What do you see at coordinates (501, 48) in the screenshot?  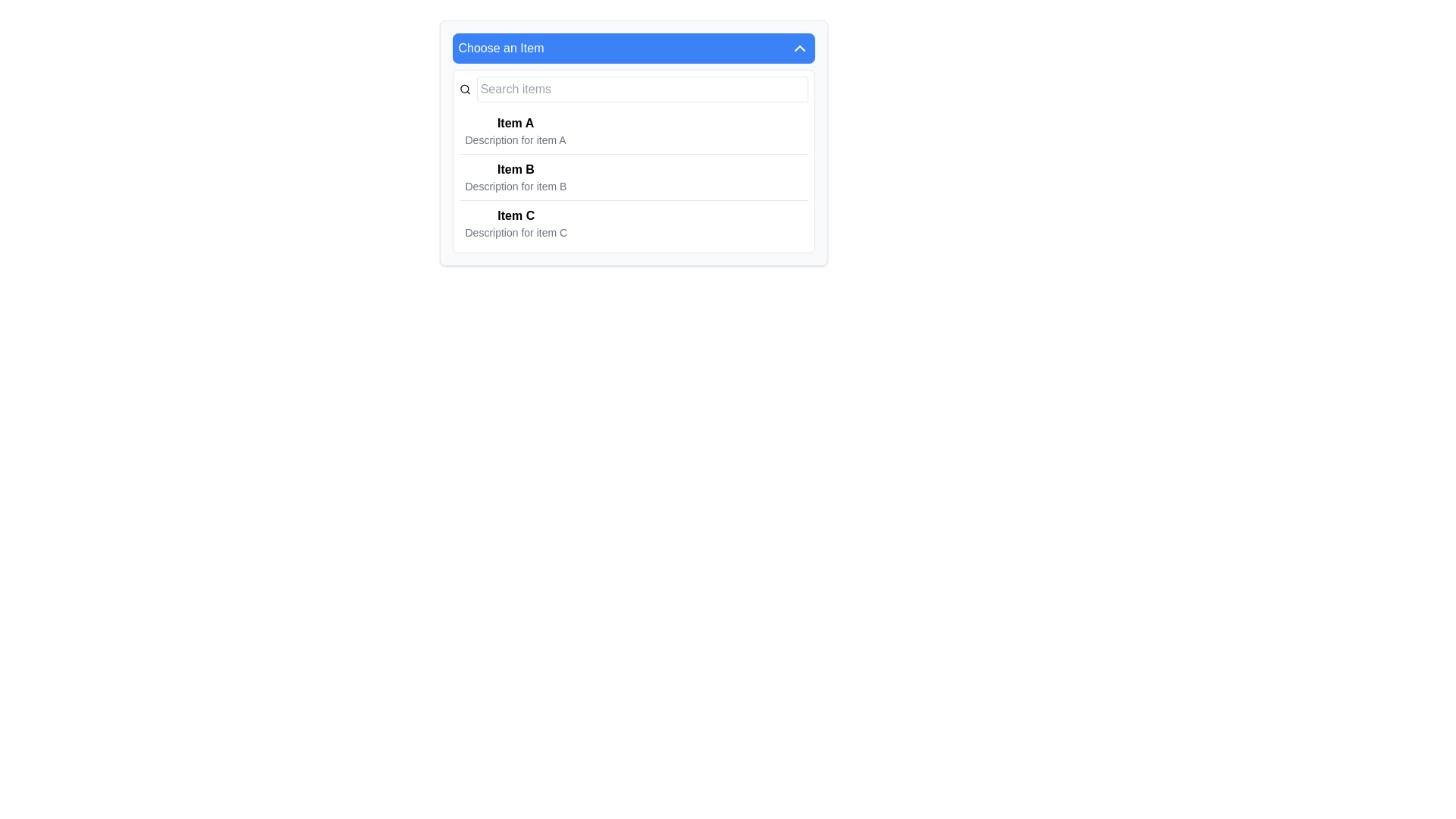 I see `the static text label reading 'Choose an Item' displayed in white font against a blue background, positioned at the left side of the blue header bar above the dropdown content` at bounding box center [501, 48].